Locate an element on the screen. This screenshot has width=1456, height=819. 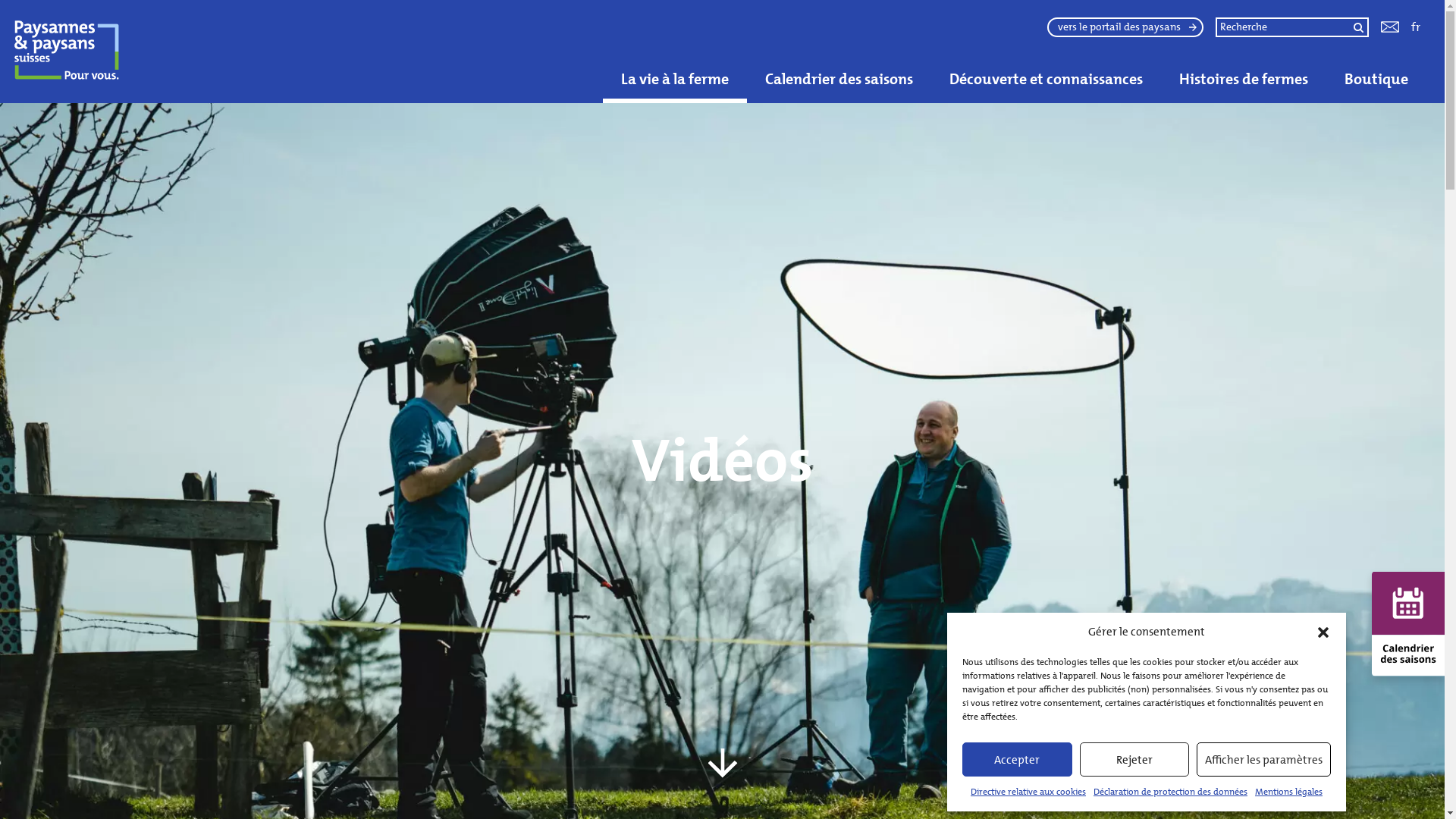
'Paysannes & paysans suisses' is located at coordinates (0, 51).